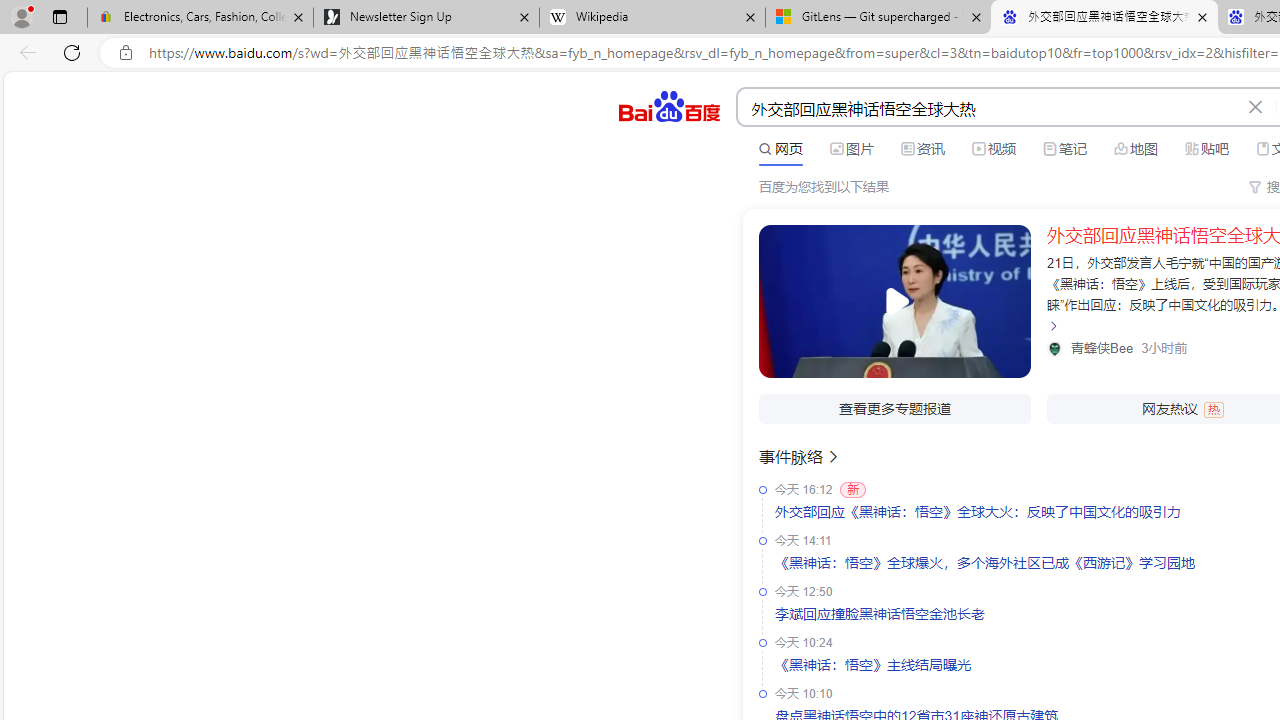 The image size is (1280, 720). Describe the element at coordinates (989, 108) in the screenshot. I see `'AutomationID: kw'` at that location.